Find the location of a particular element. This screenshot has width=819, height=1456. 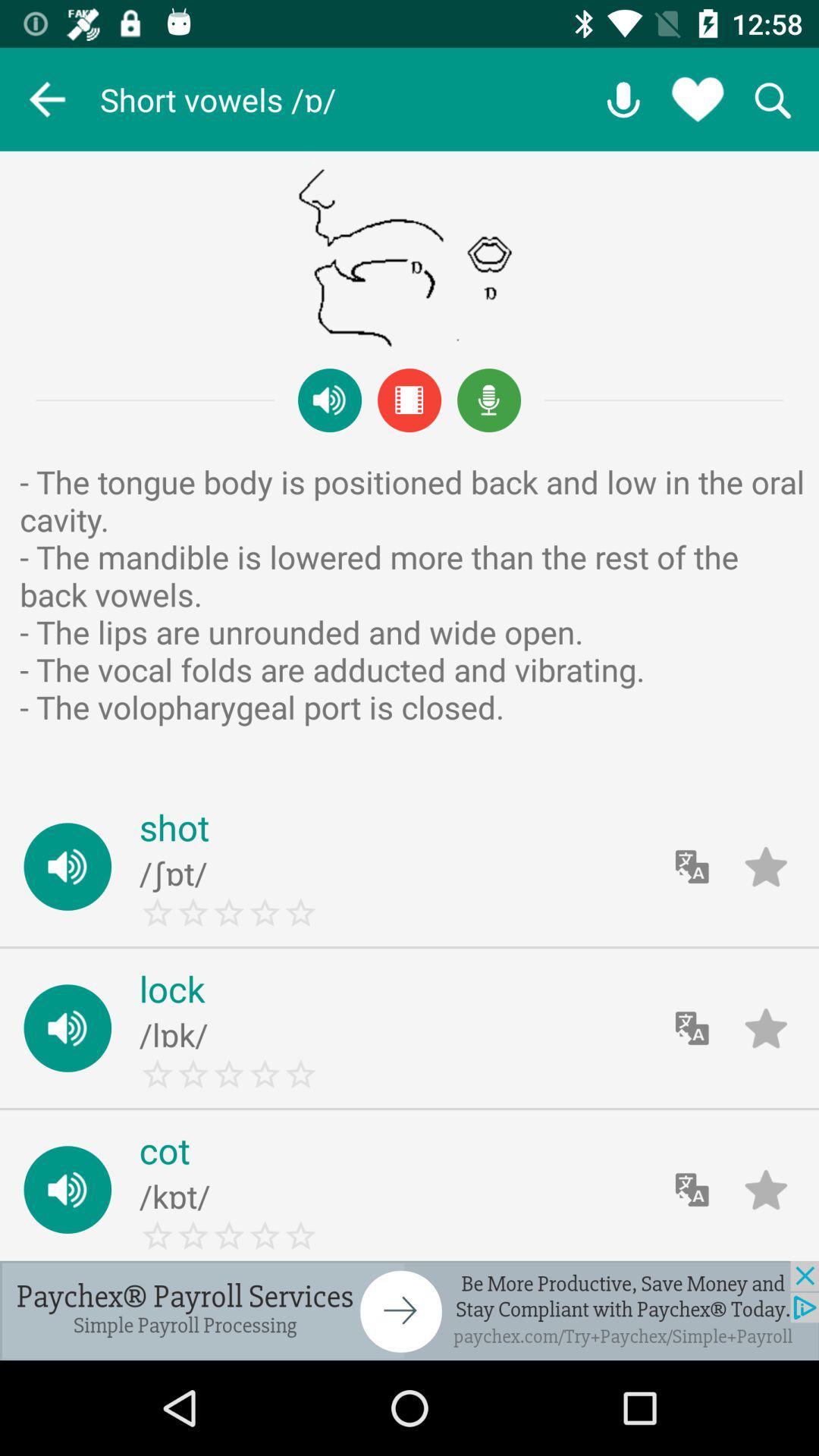

the arrow_backward icon is located at coordinates (46, 99).